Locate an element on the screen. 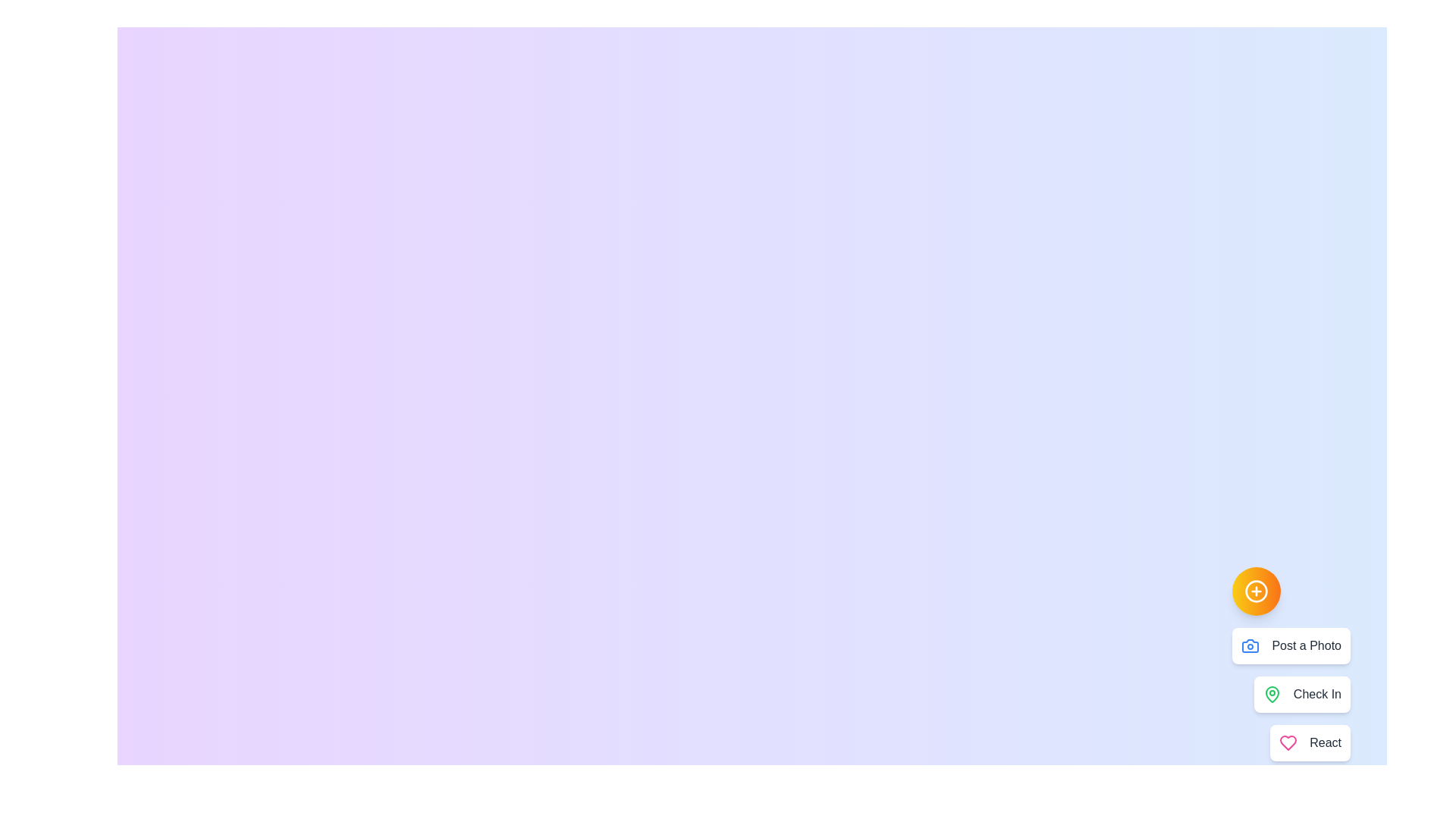 The height and width of the screenshot is (819, 1456). floating action button to toggle the menu is located at coordinates (1257, 590).